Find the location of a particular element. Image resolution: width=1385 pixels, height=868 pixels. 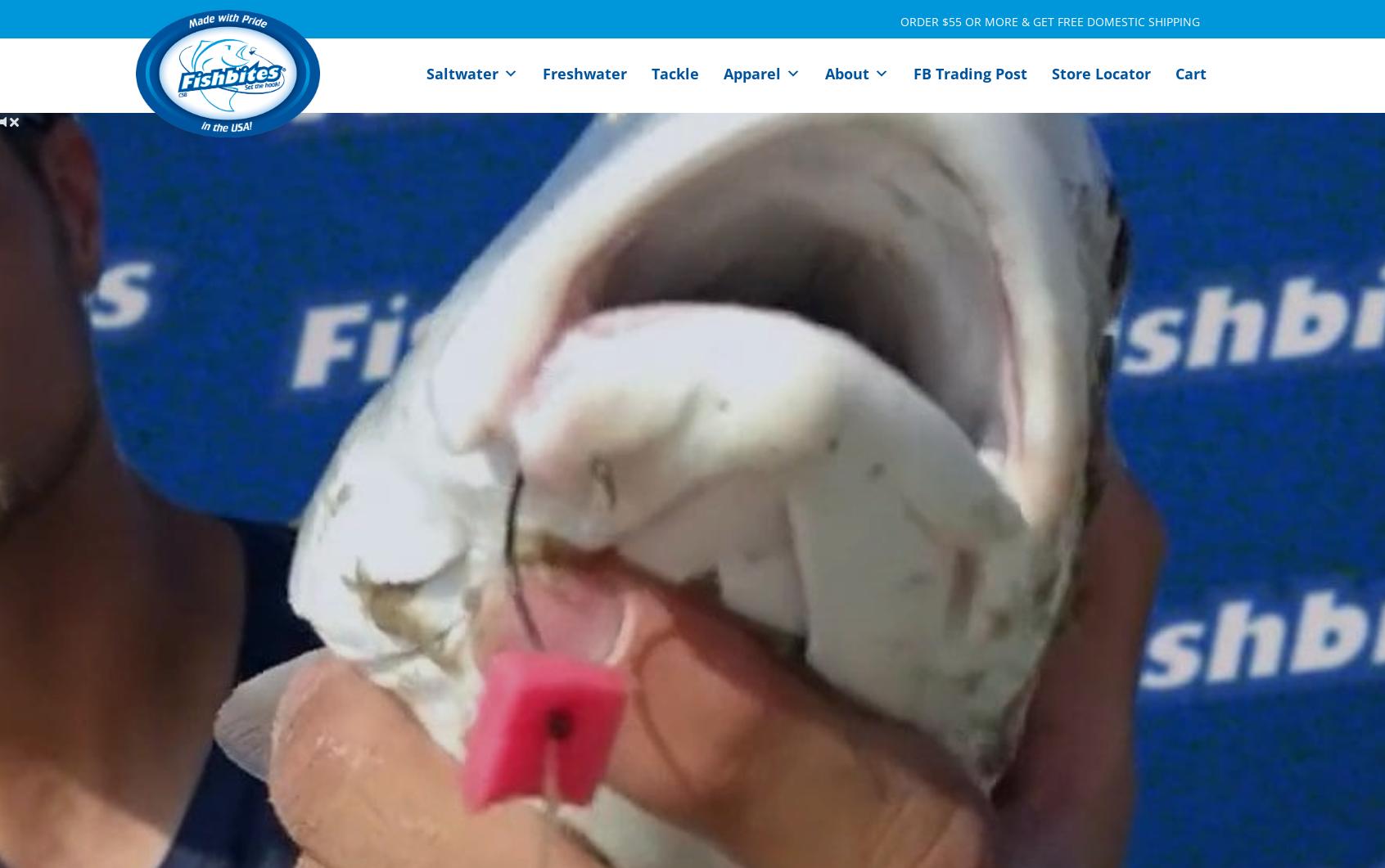

'Ambassadors' is located at coordinates (886, 151).